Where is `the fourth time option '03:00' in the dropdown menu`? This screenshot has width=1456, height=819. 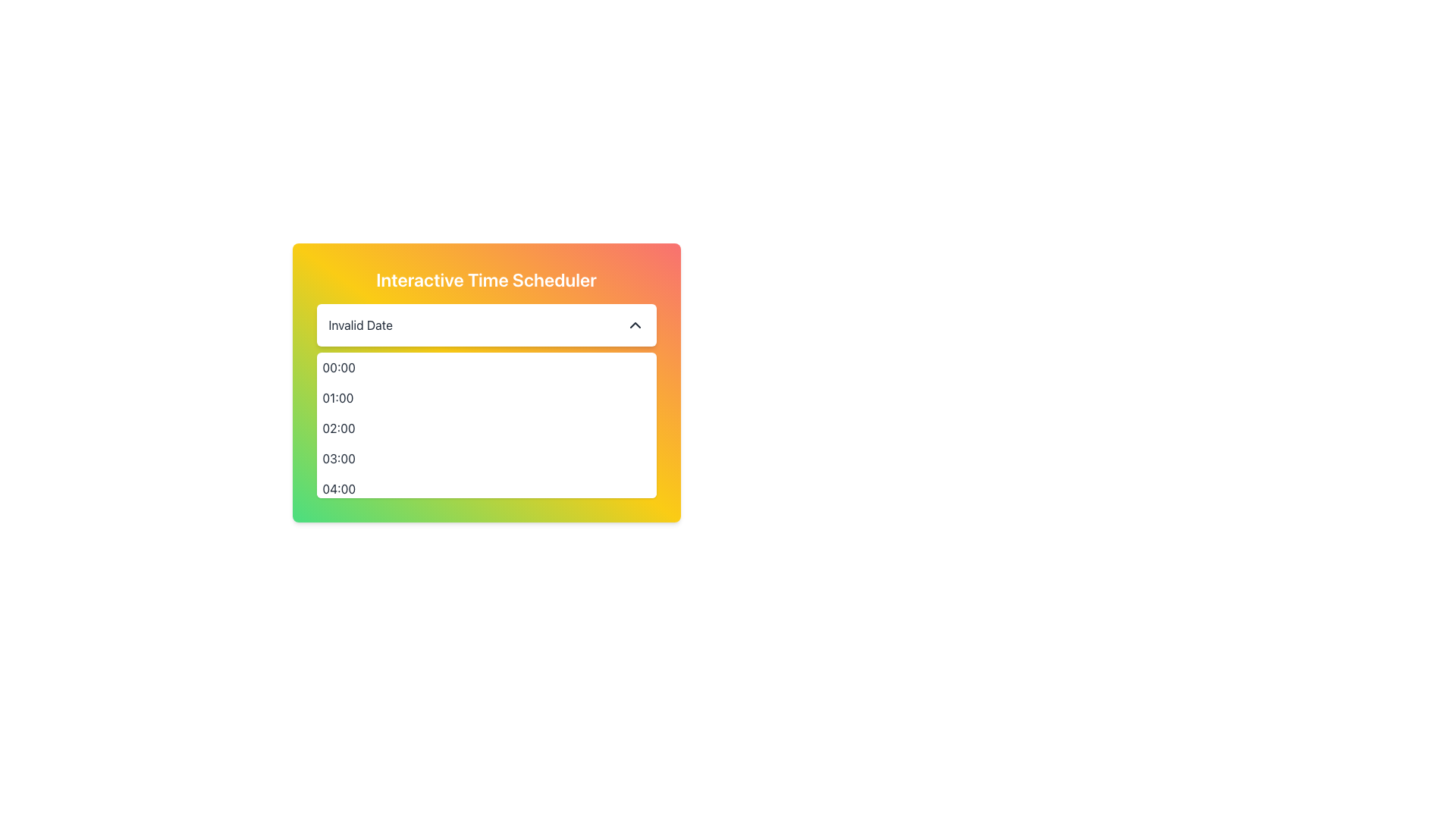
the fourth time option '03:00' in the dropdown menu is located at coordinates (486, 458).